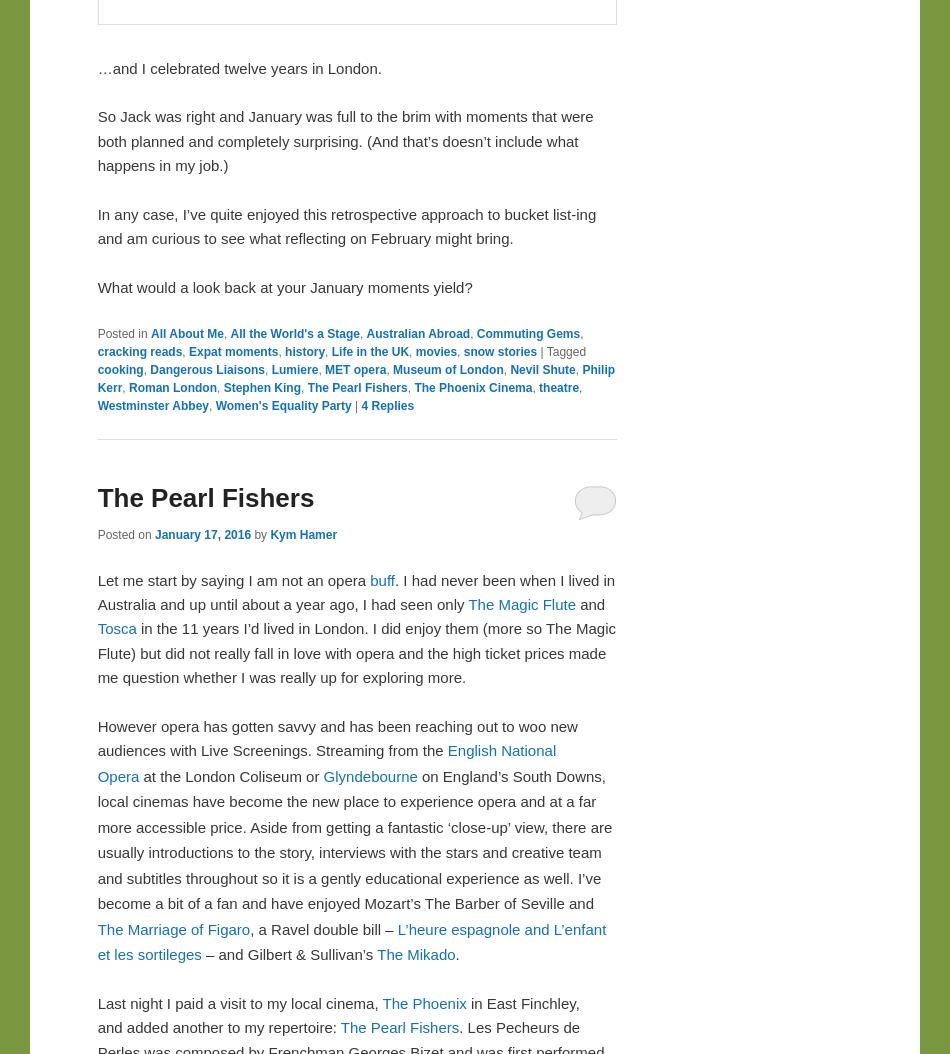  I want to click on 'Commuting Gems', so click(528, 332).